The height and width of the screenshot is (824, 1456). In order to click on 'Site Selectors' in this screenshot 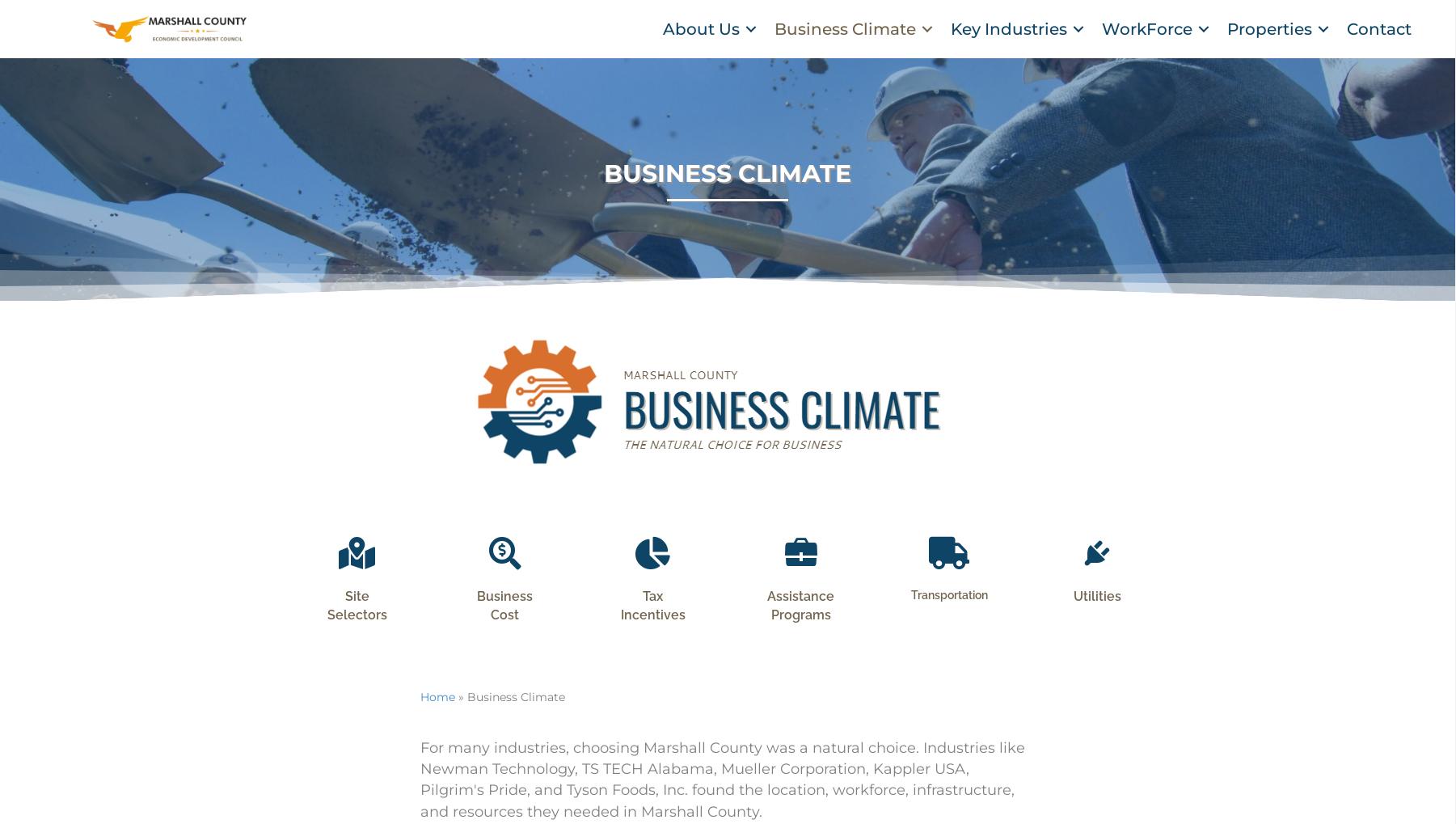, I will do `click(356, 625)`.